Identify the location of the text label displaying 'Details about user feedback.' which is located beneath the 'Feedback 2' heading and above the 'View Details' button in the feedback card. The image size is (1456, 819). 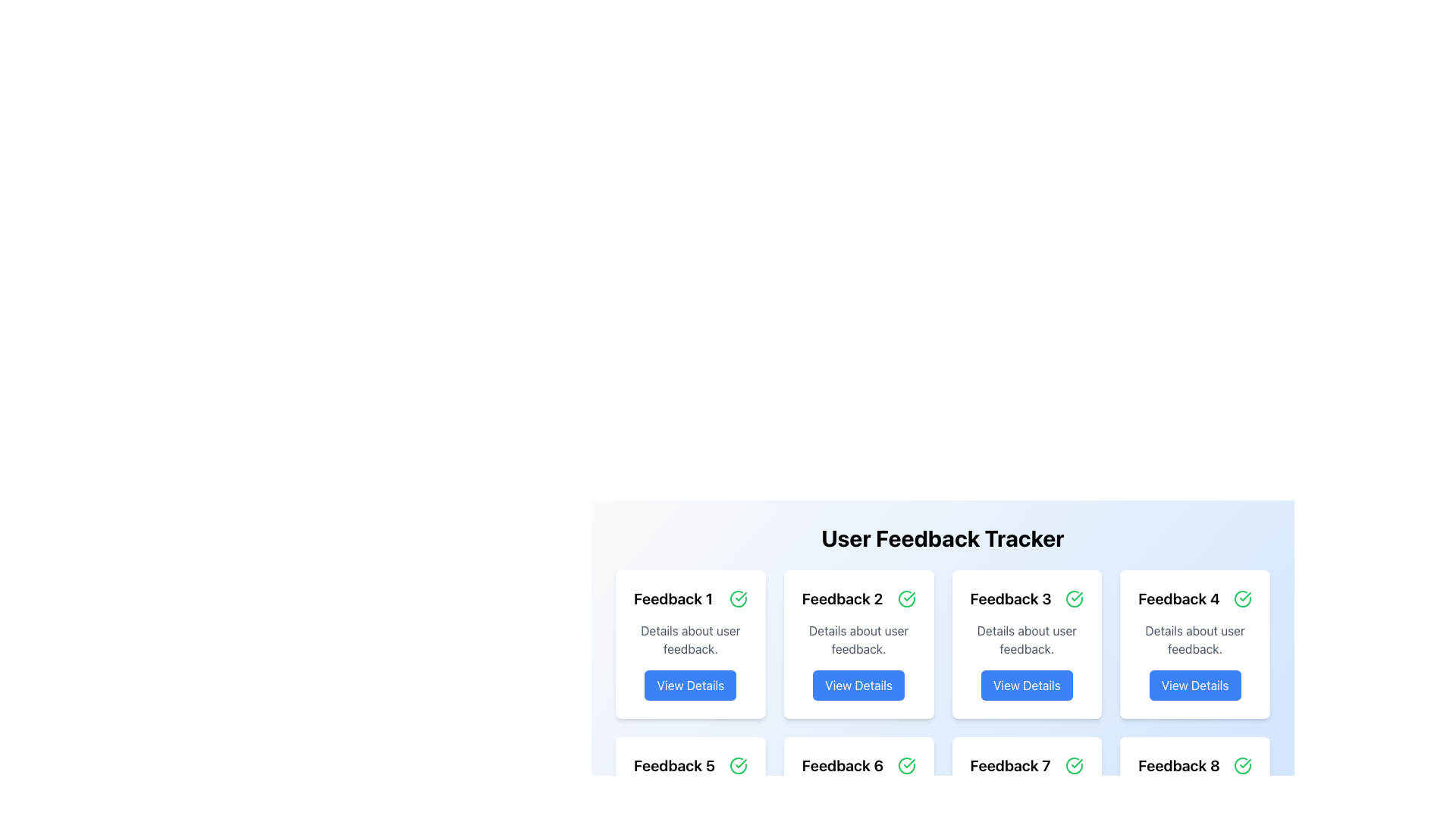
(858, 640).